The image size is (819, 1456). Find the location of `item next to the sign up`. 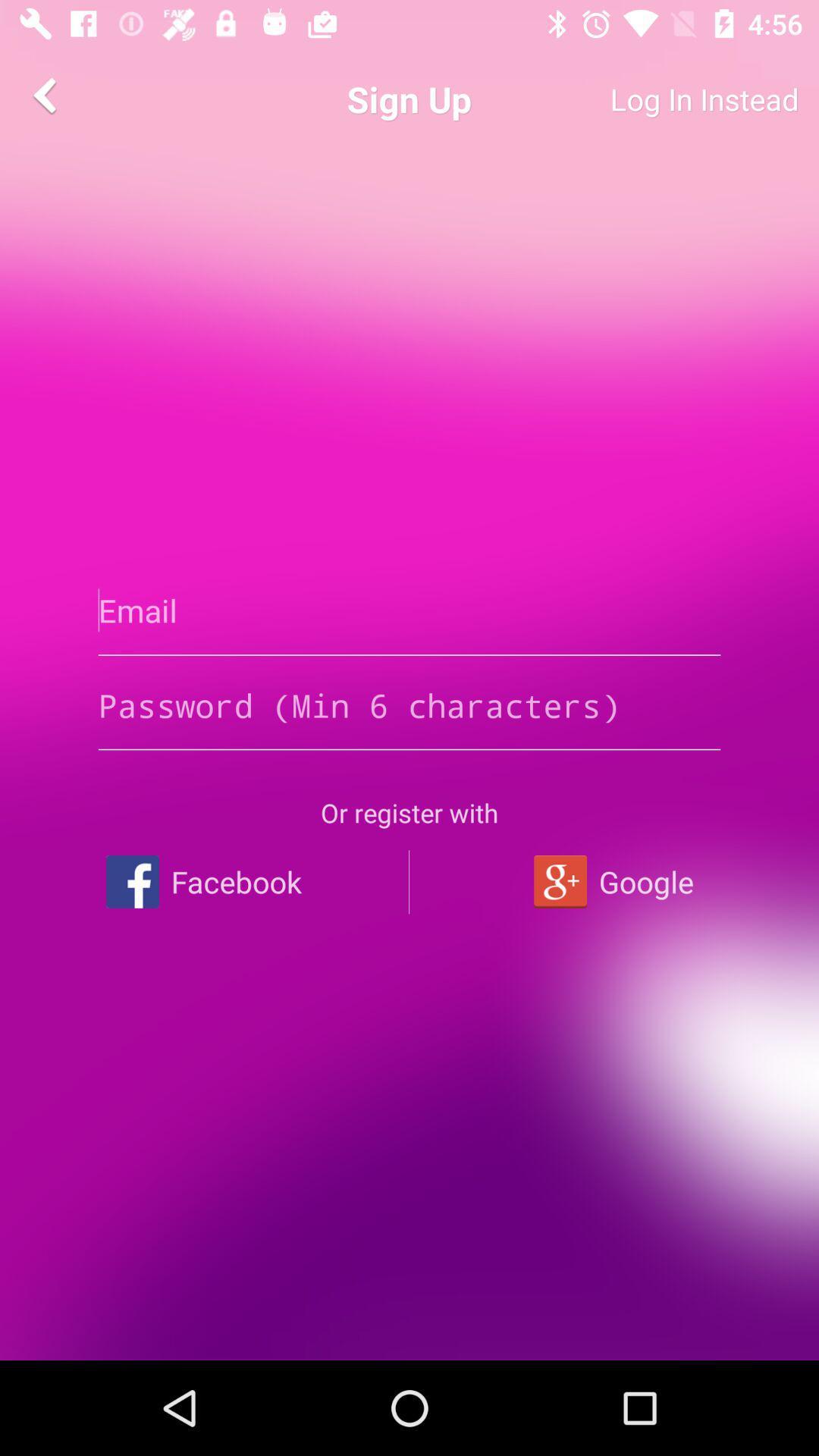

item next to the sign up is located at coordinates (46, 94).